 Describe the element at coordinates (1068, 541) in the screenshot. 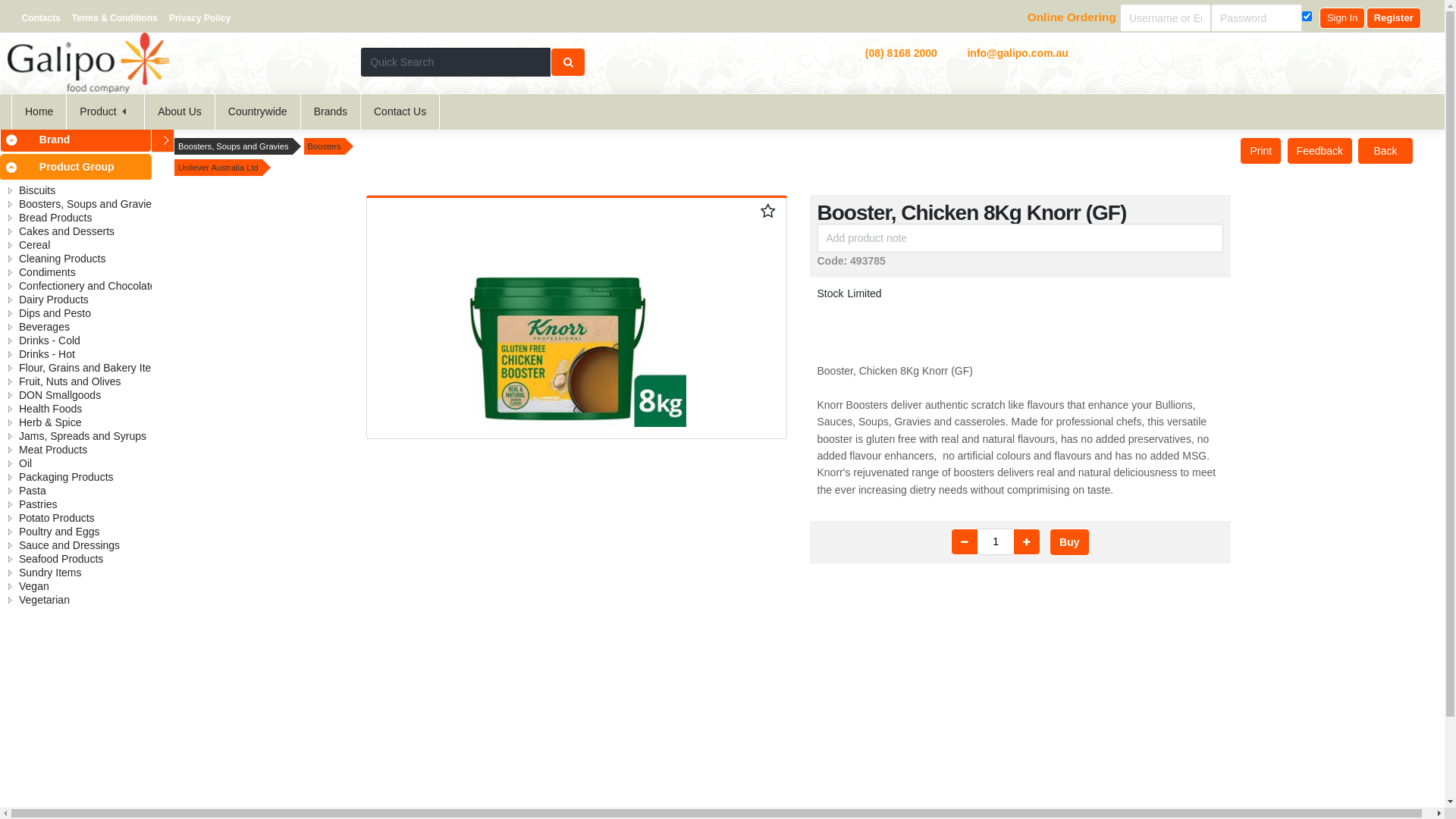

I see `'Buy'` at that location.